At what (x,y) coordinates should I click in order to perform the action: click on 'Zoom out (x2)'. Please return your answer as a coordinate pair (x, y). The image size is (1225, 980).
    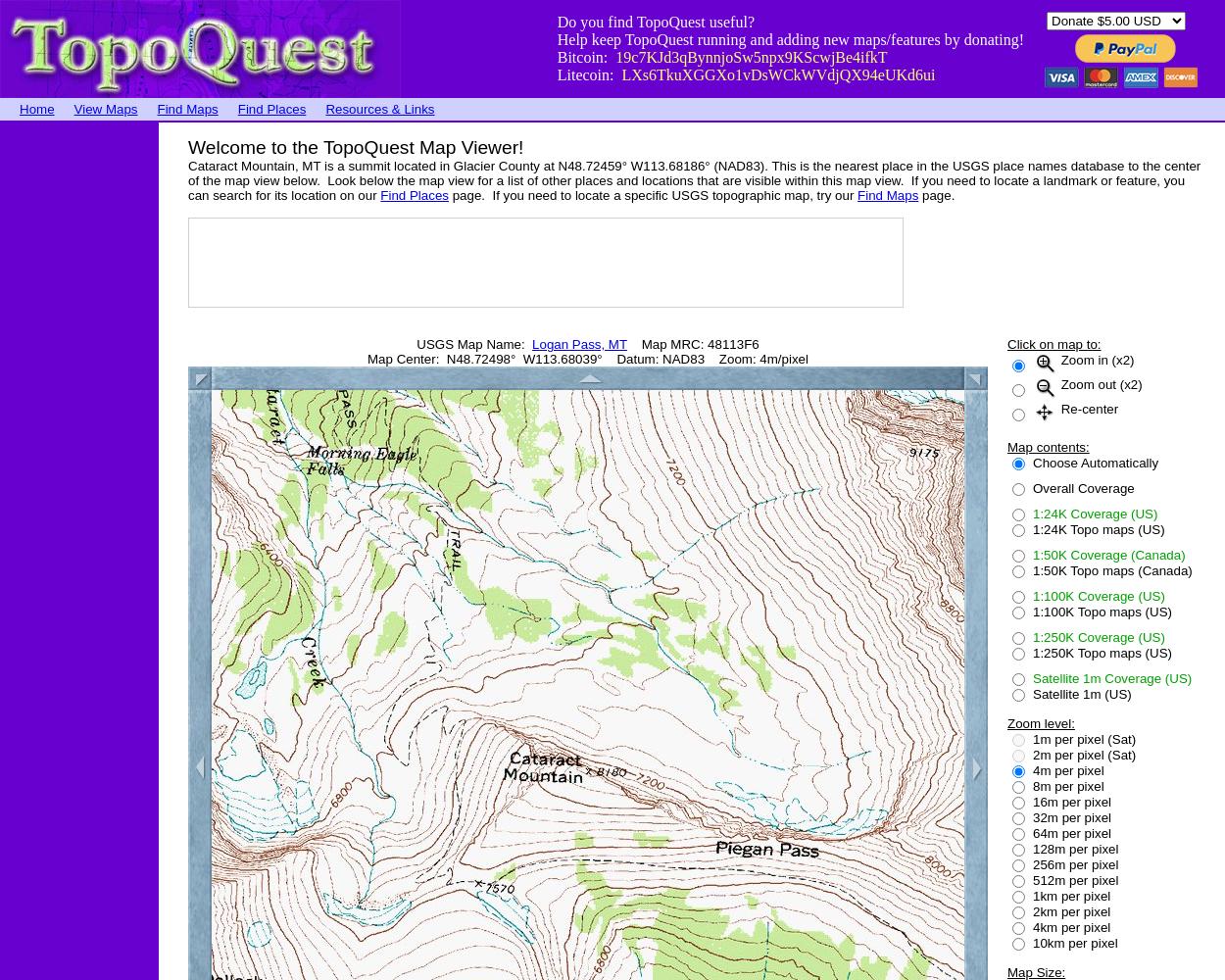
    Looking at the image, I should click on (1056, 383).